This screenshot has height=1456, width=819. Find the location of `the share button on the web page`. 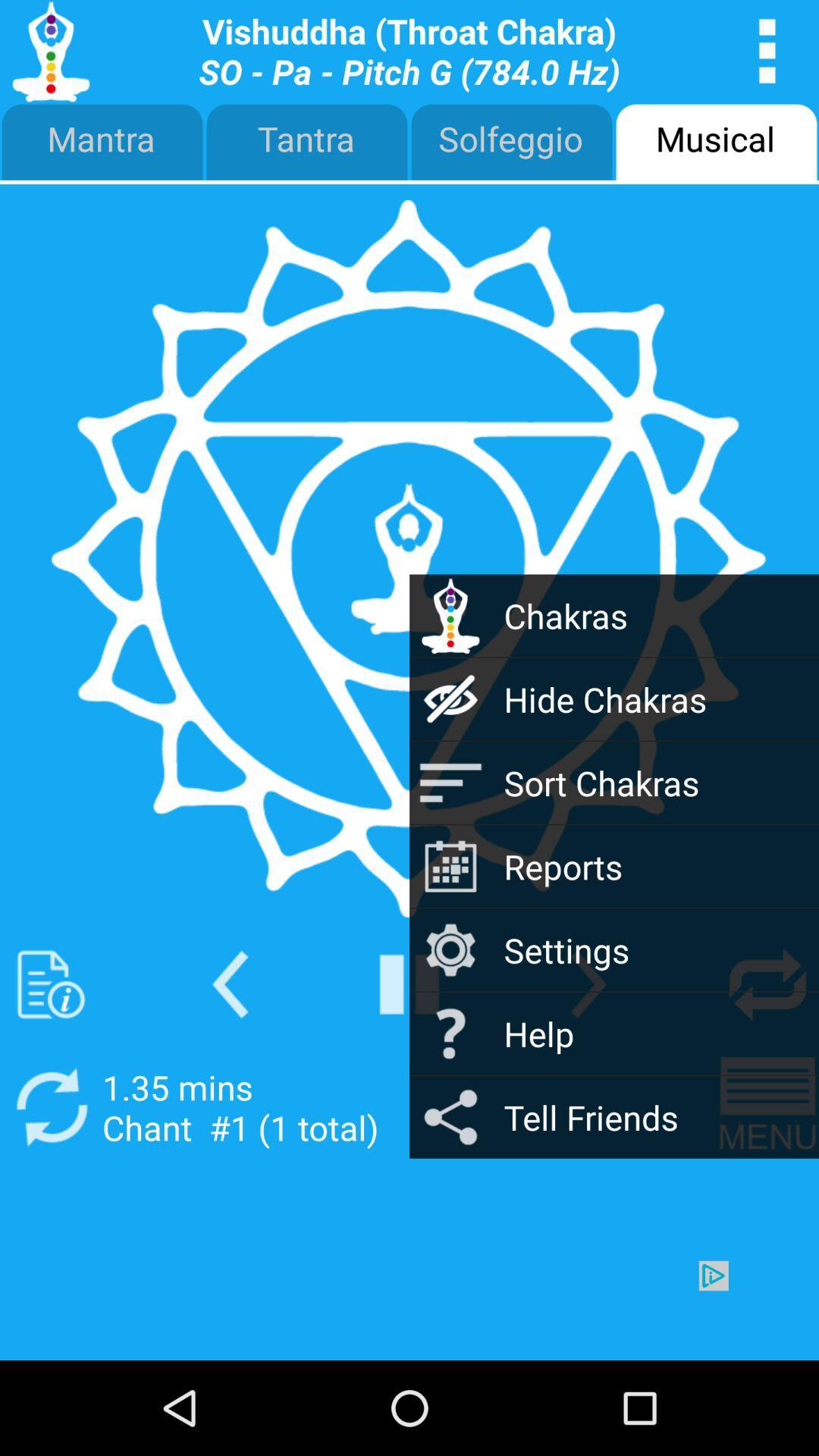

the share button on the web page is located at coordinates (450, 1117).